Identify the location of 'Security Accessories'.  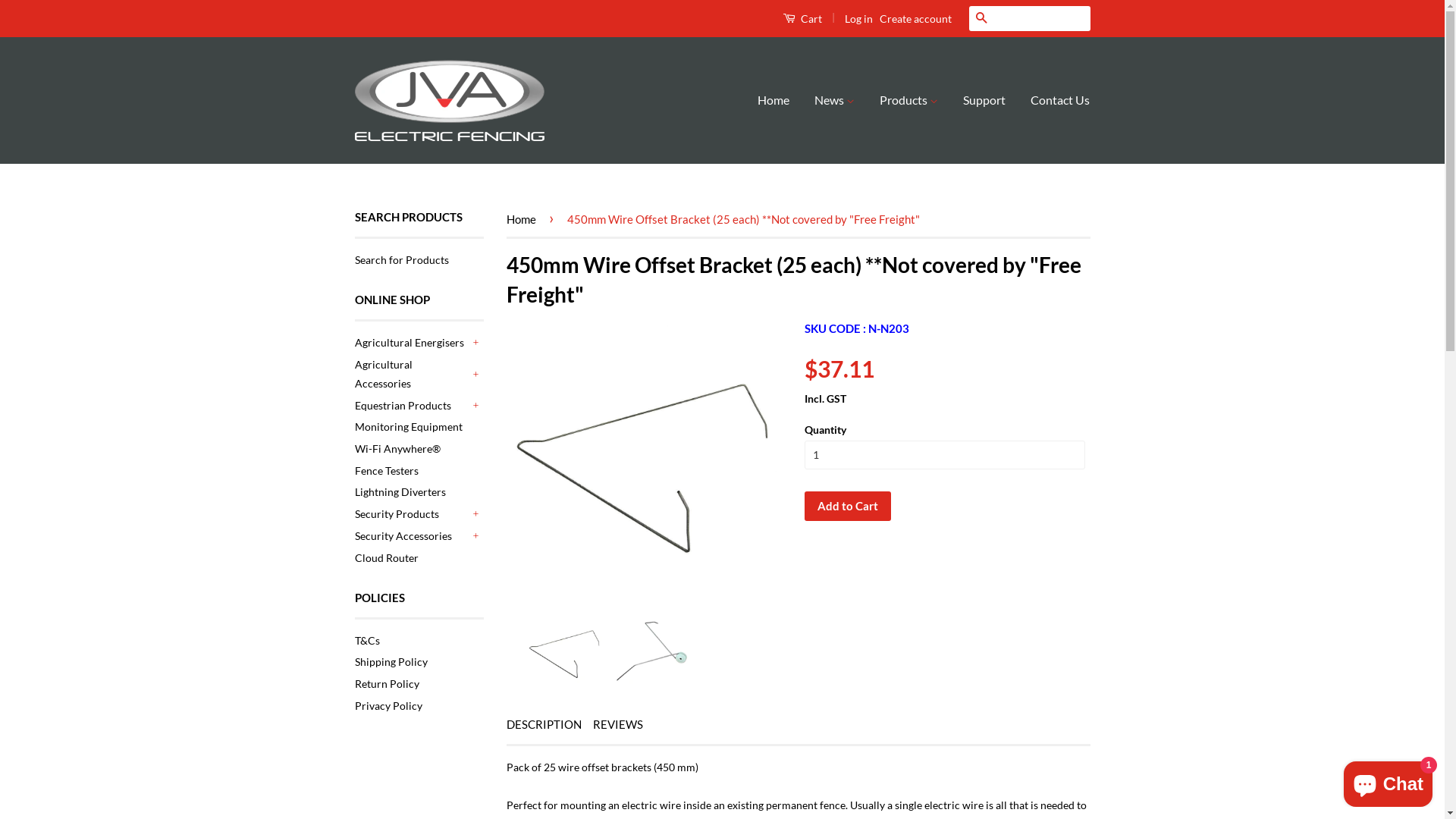
(411, 535).